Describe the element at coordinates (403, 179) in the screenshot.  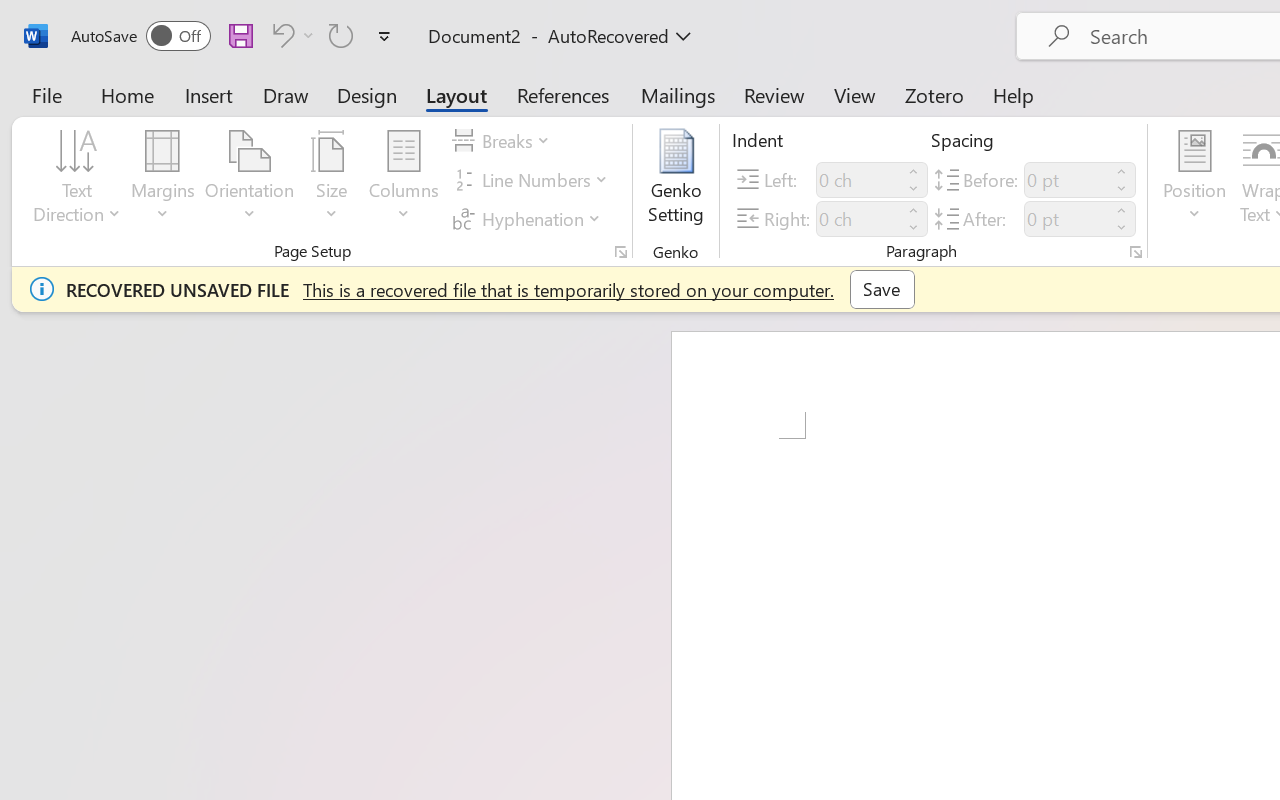
I see `'Columns'` at that location.